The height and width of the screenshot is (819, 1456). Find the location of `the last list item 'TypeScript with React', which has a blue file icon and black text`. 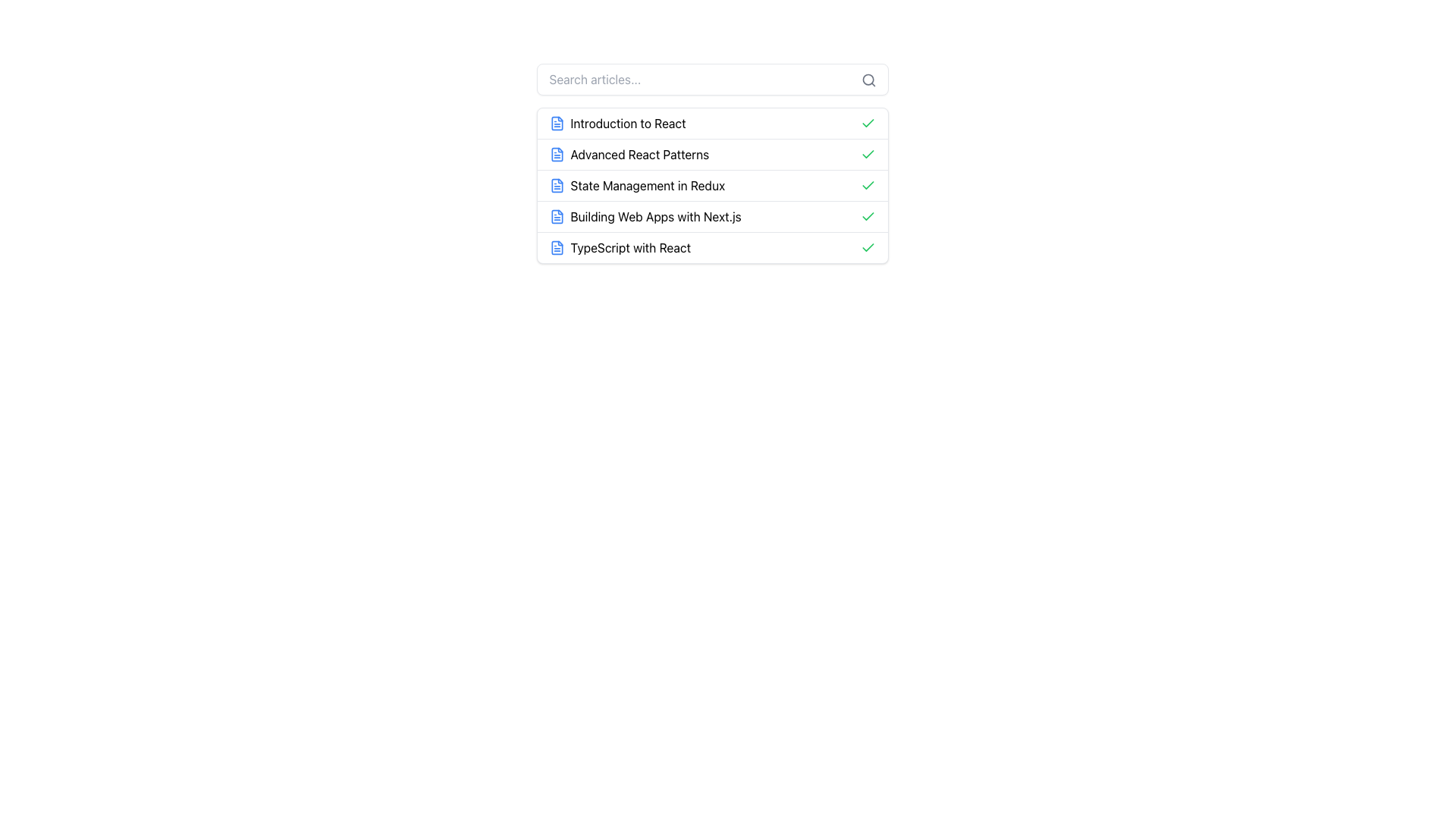

the last list item 'TypeScript with React', which has a blue file icon and black text is located at coordinates (620, 247).